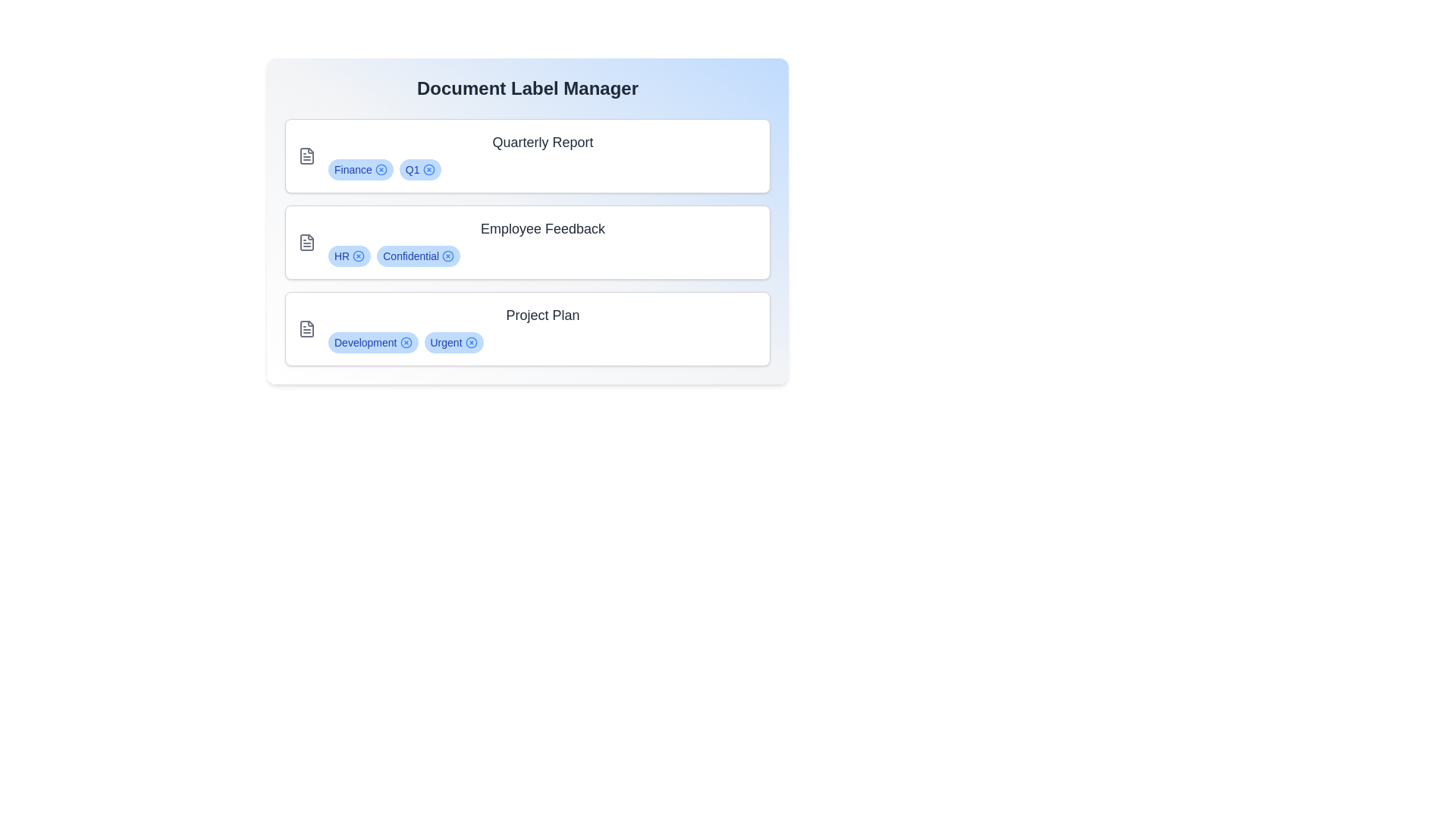 Image resolution: width=1456 pixels, height=819 pixels. Describe the element at coordinates (358, 256) in the screenshot. I see `the label HR from the document Employee Feedback` at that location.